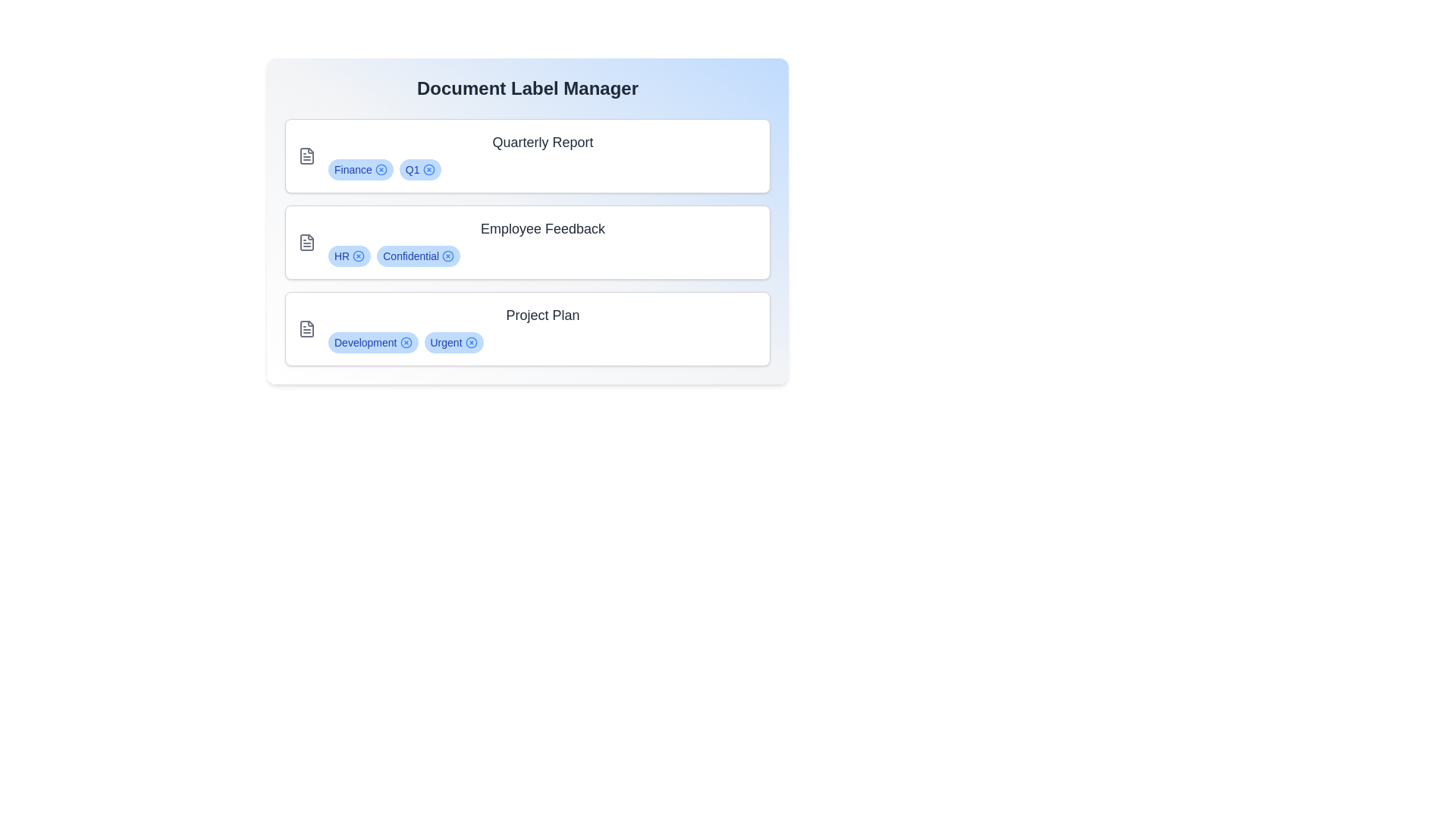 Image resolution: width=1456 pixels, height=819 pixels. Describe the element at coordinates (358, 256) in the screenshot. I see `the label HR from the document Employee Feedback` at that location.